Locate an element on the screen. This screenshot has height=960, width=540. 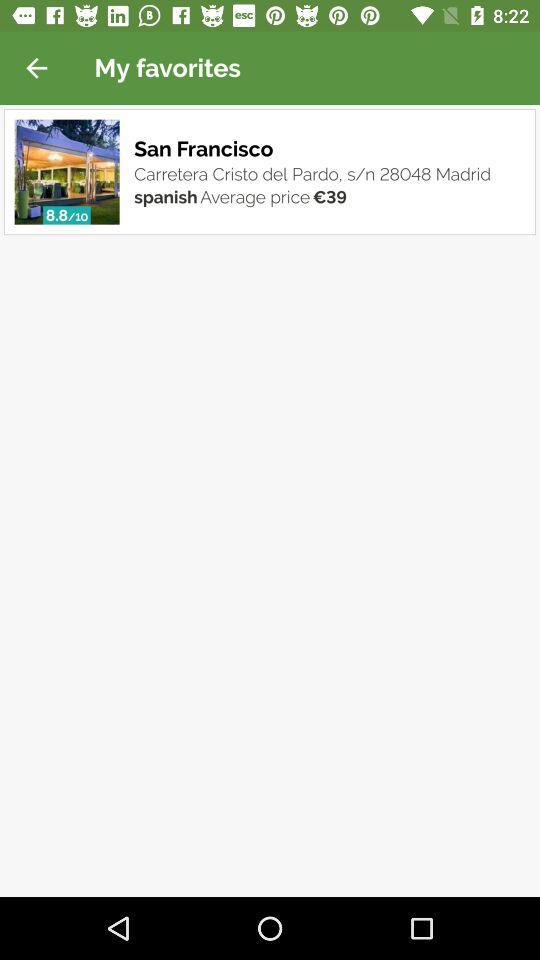
the item next to spanish is located at coordinates (76, 217).